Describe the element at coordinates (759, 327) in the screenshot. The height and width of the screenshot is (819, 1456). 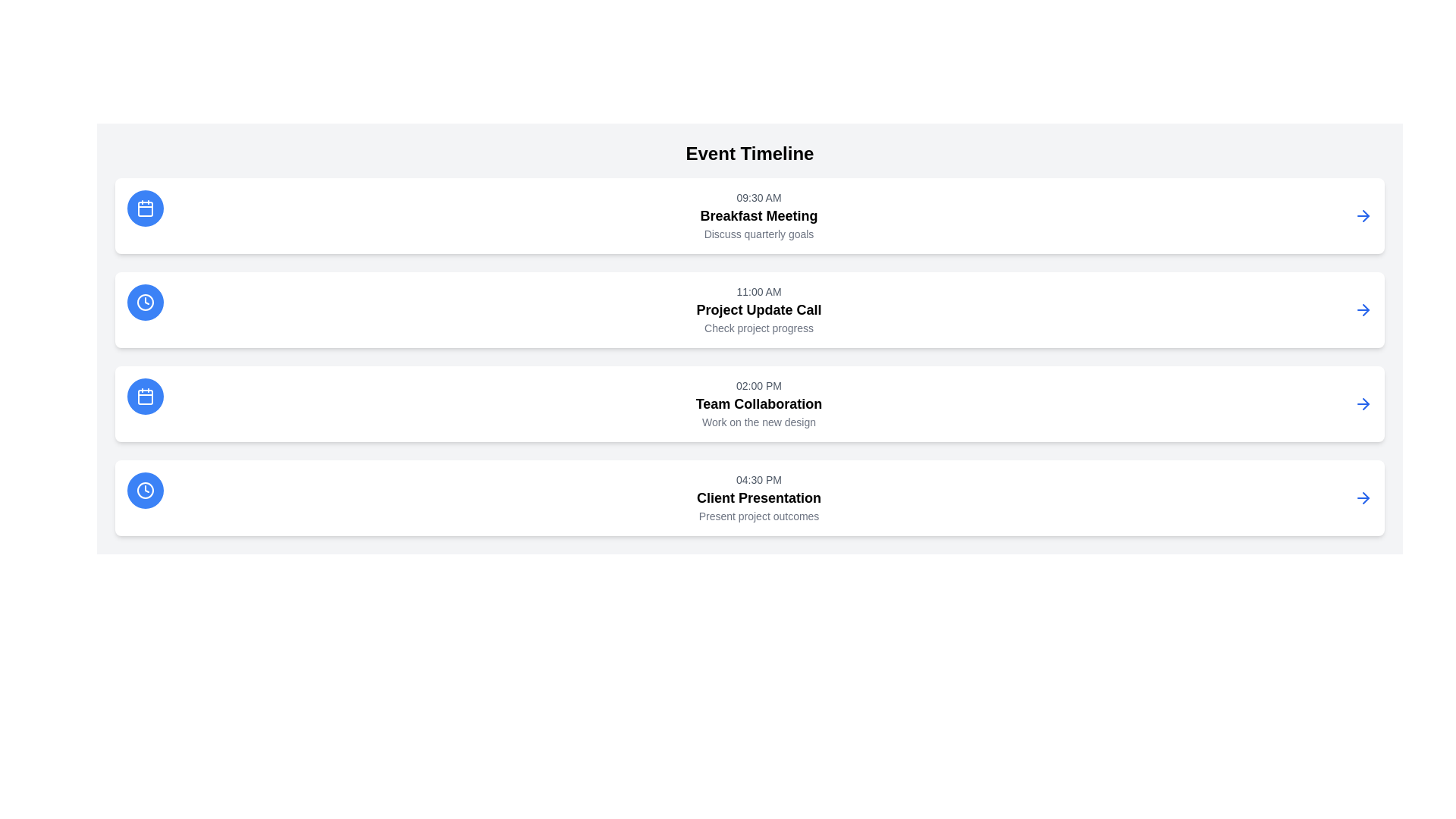
I see `the text label that reads 'Check project progress.' which is styled in a small gray font and is positioned below the title 'Project Update Call.'` at that location.